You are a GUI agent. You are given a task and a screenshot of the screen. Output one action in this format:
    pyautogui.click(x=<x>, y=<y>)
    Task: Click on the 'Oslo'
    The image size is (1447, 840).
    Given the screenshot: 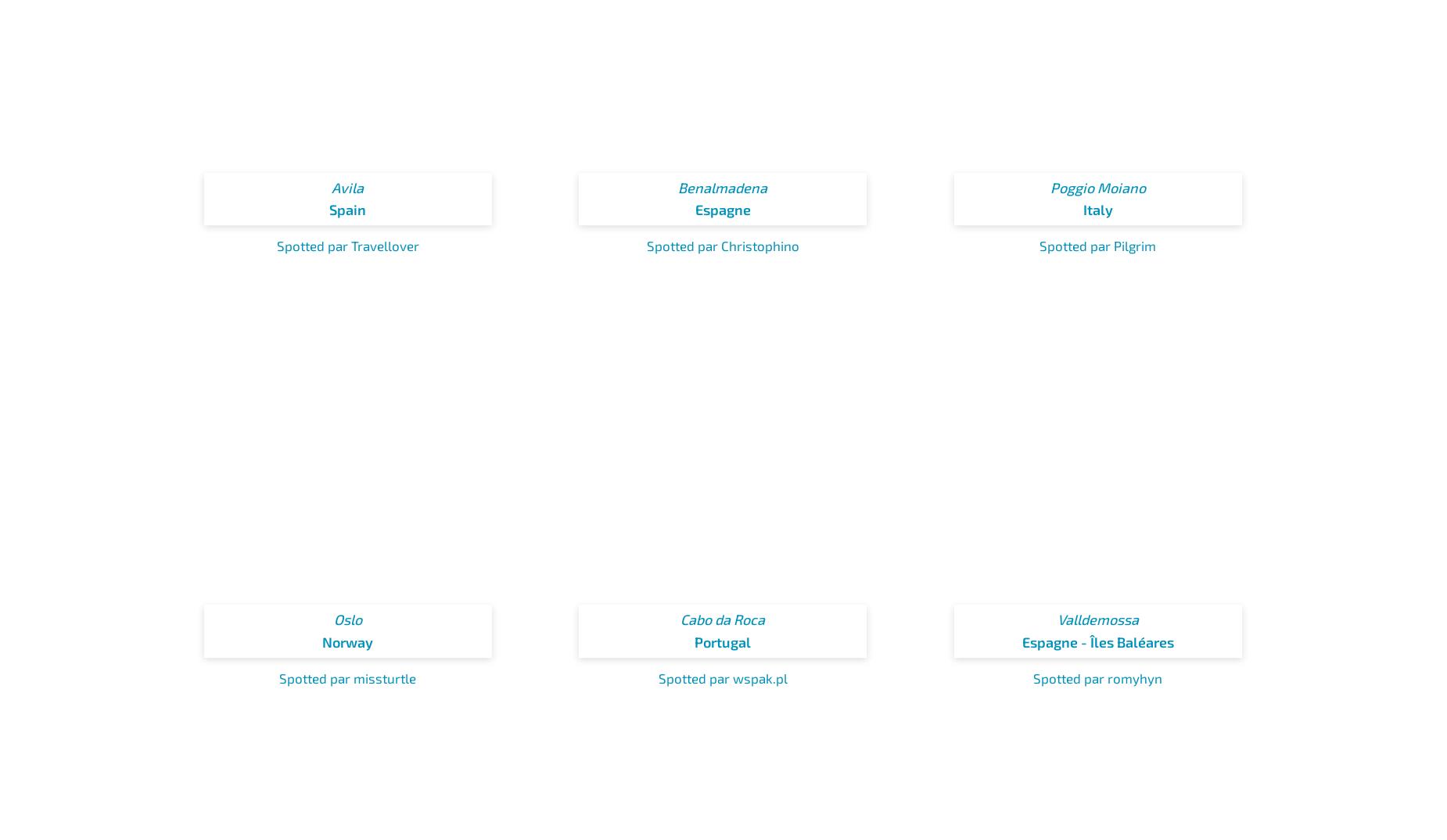 What is the action you would take?
    pyautogui.click(x=346, y=618)
    